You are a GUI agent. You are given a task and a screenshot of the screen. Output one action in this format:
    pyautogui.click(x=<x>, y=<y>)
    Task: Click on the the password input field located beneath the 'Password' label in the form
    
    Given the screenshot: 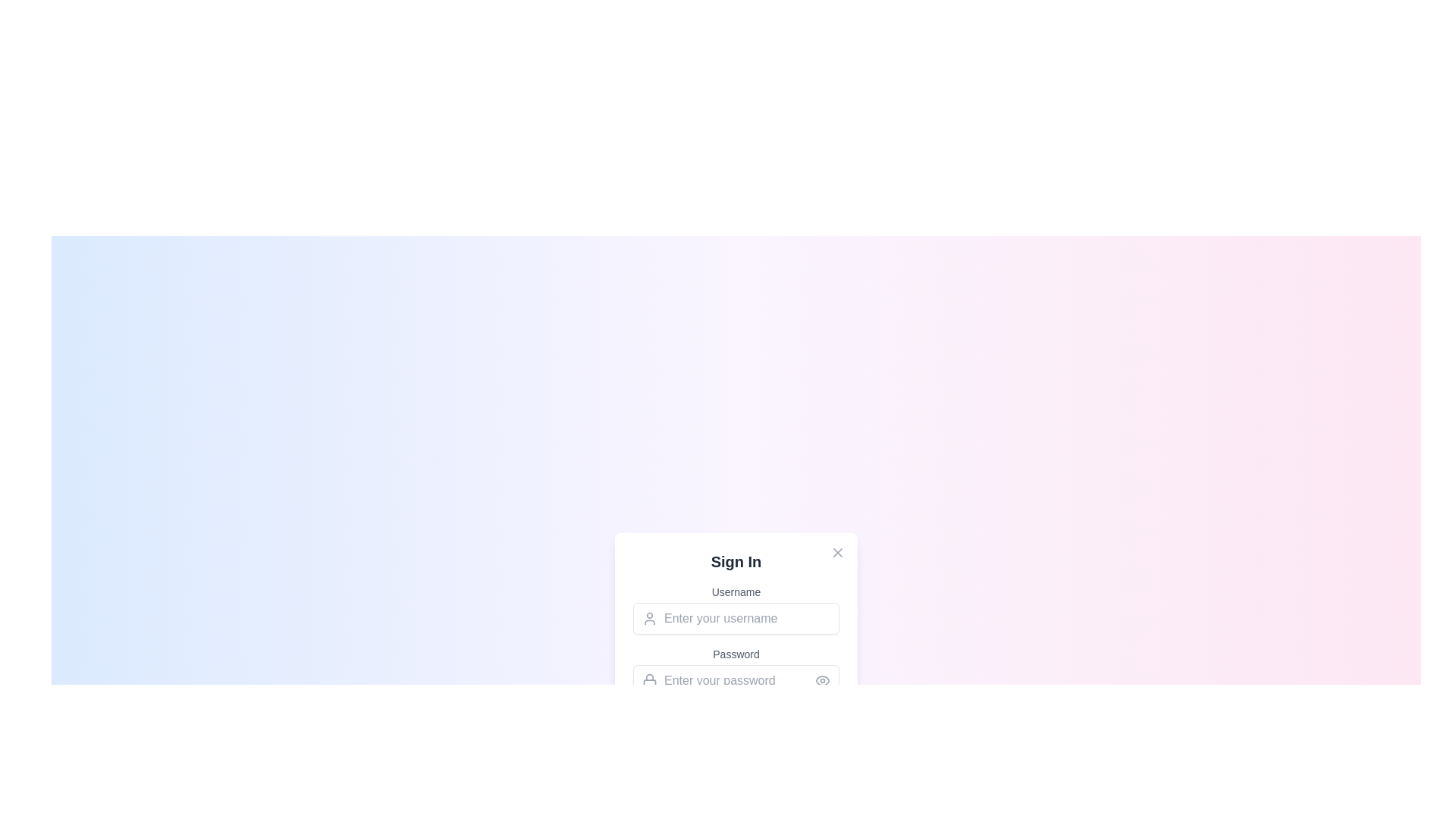 What is the action you would take?
    pyautogui.click(x=736, y=680)
    